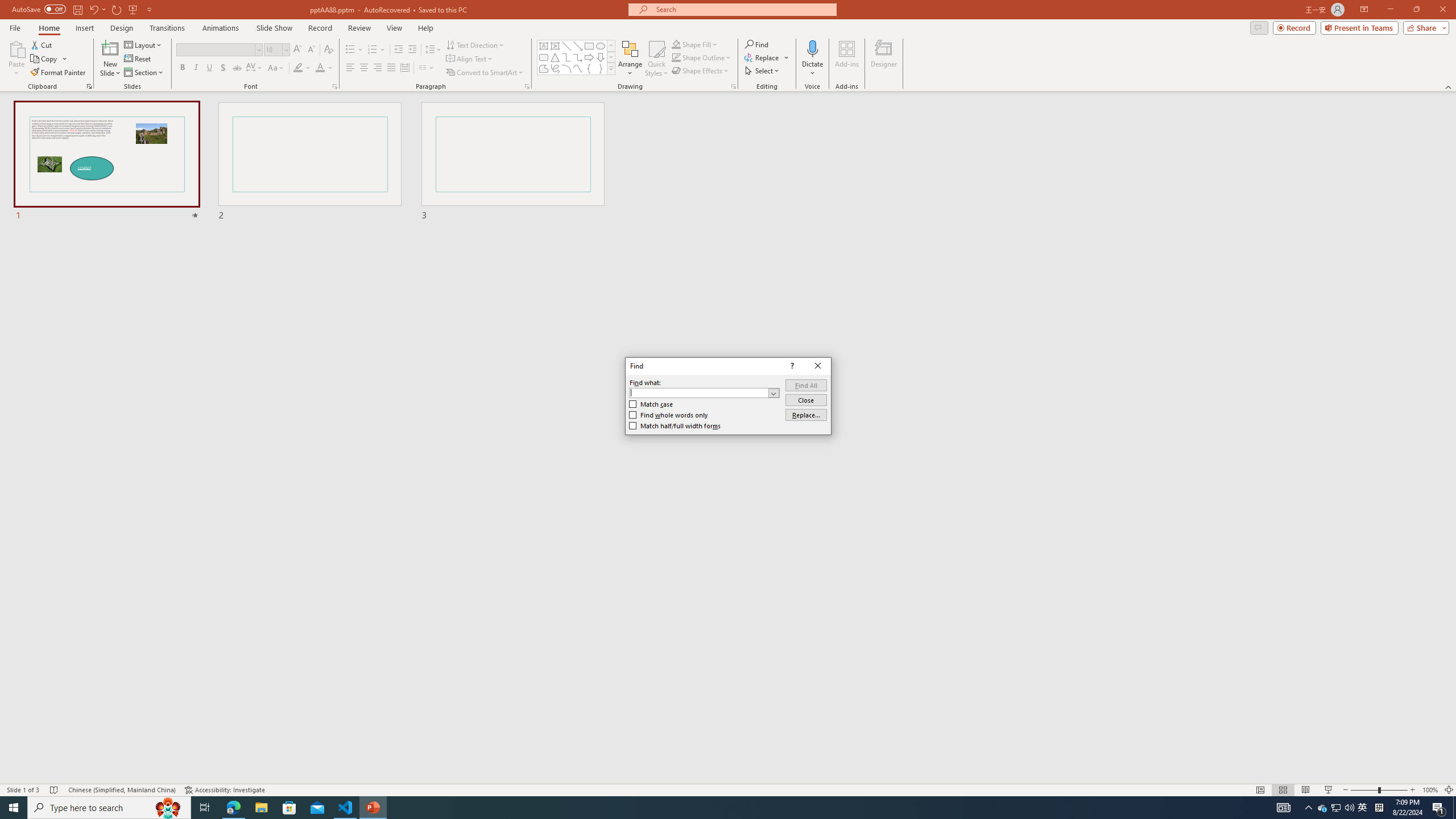  Describe the element at coordinates (1430, 790) in the screenshot. I see `'Zoom 100%'` at that location.